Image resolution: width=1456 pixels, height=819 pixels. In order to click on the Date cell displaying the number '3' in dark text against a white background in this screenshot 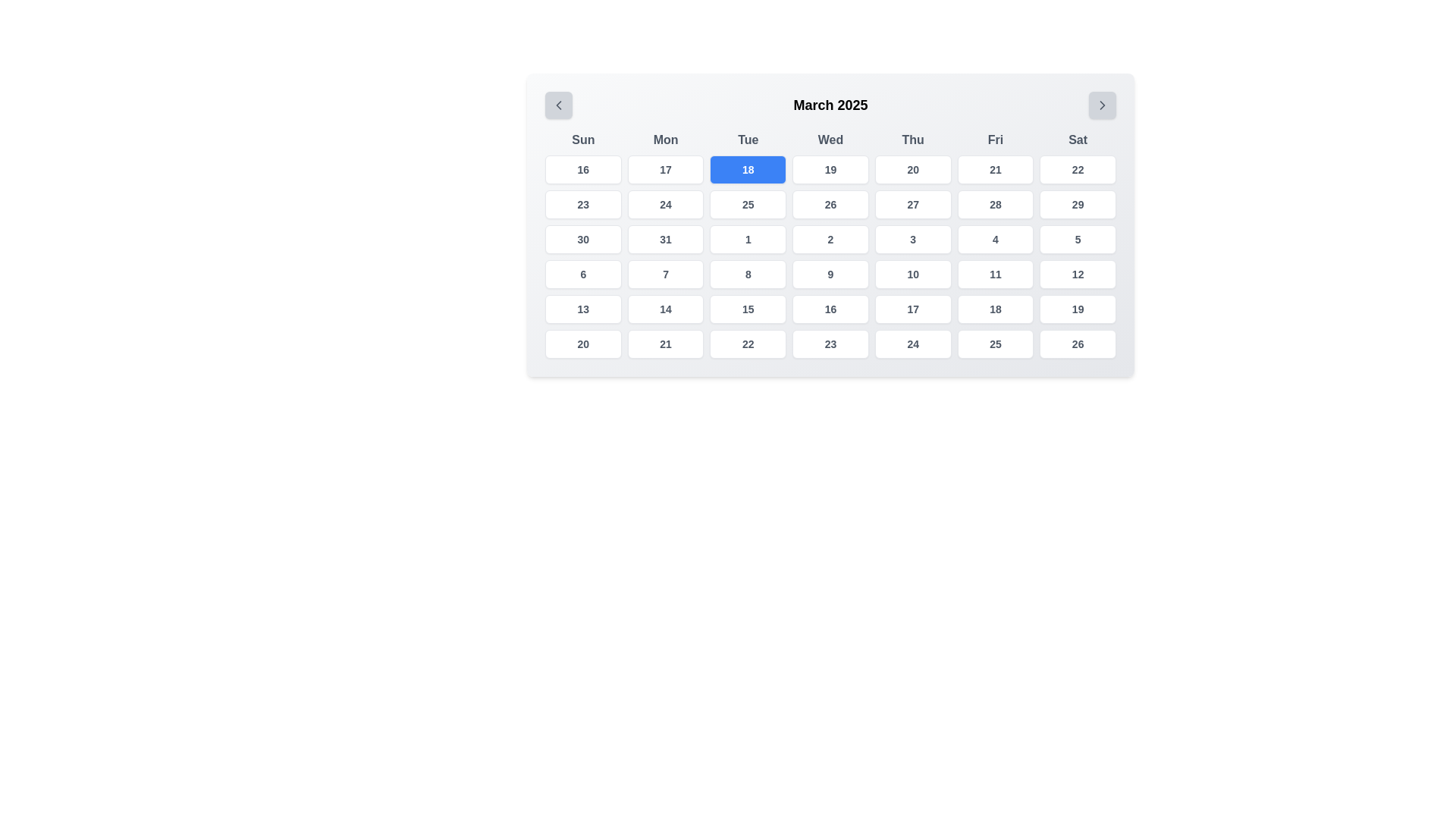, I will do `click(912, 239)`.